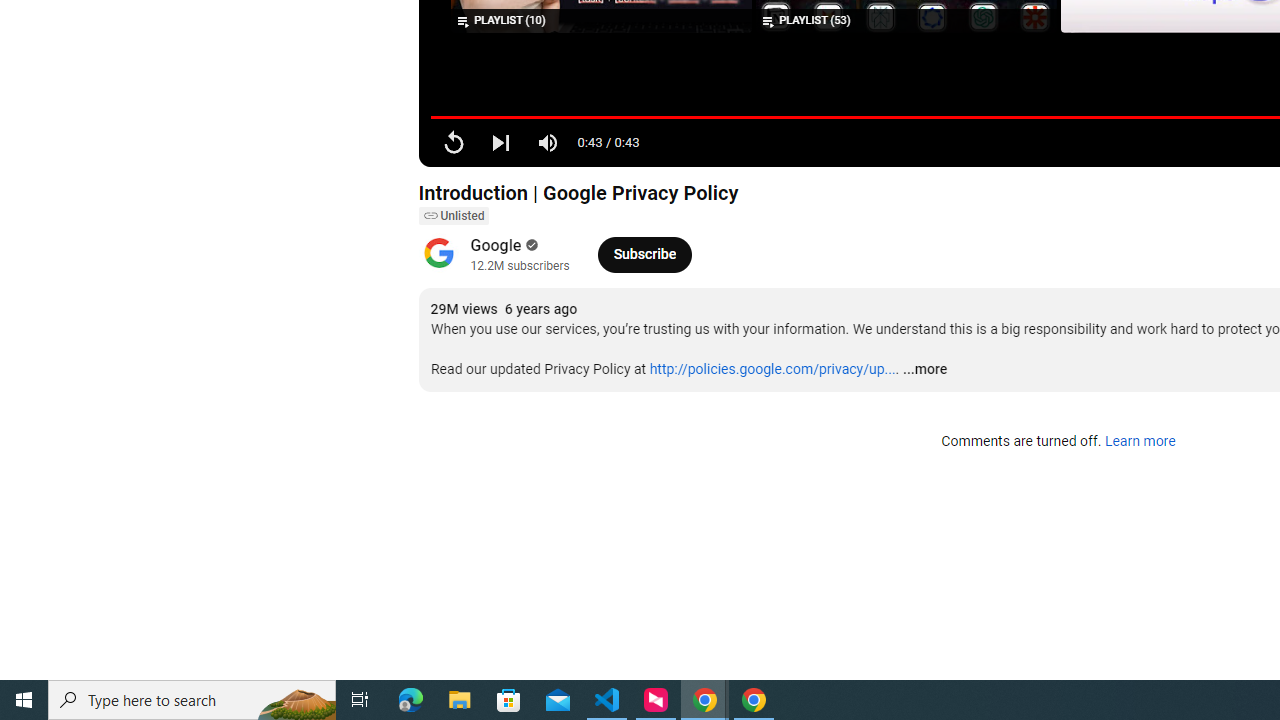 The width and height of the screenshot is (1280, 720). Describe the element at coordinates (496, 244) in the screenshot. I see `'Google'` at that location.